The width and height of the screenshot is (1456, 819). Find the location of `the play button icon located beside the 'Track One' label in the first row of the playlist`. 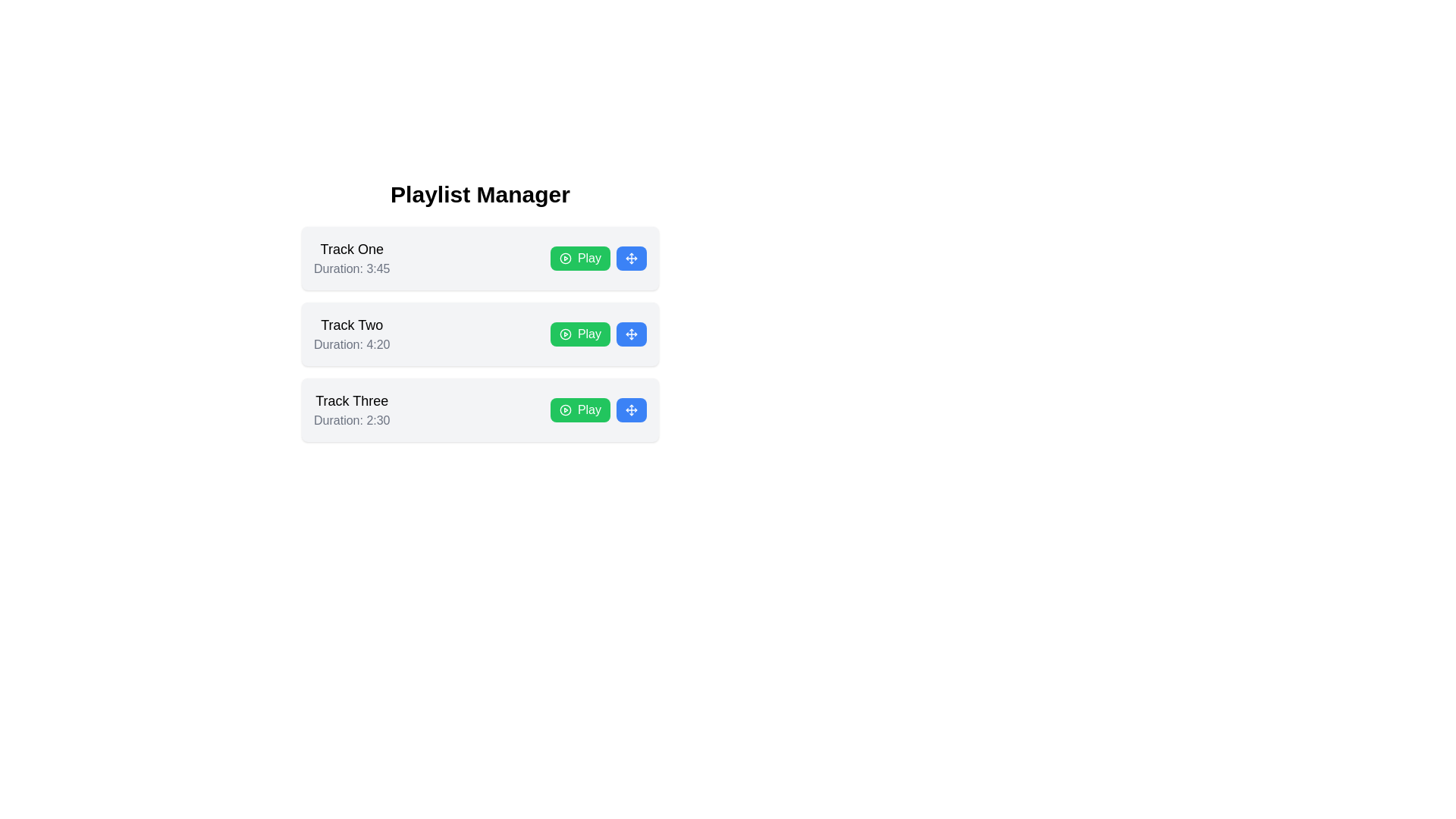

the play button icon located beside the 'Track One' label in the first row of the playlist is located at coordinates (564, 257).